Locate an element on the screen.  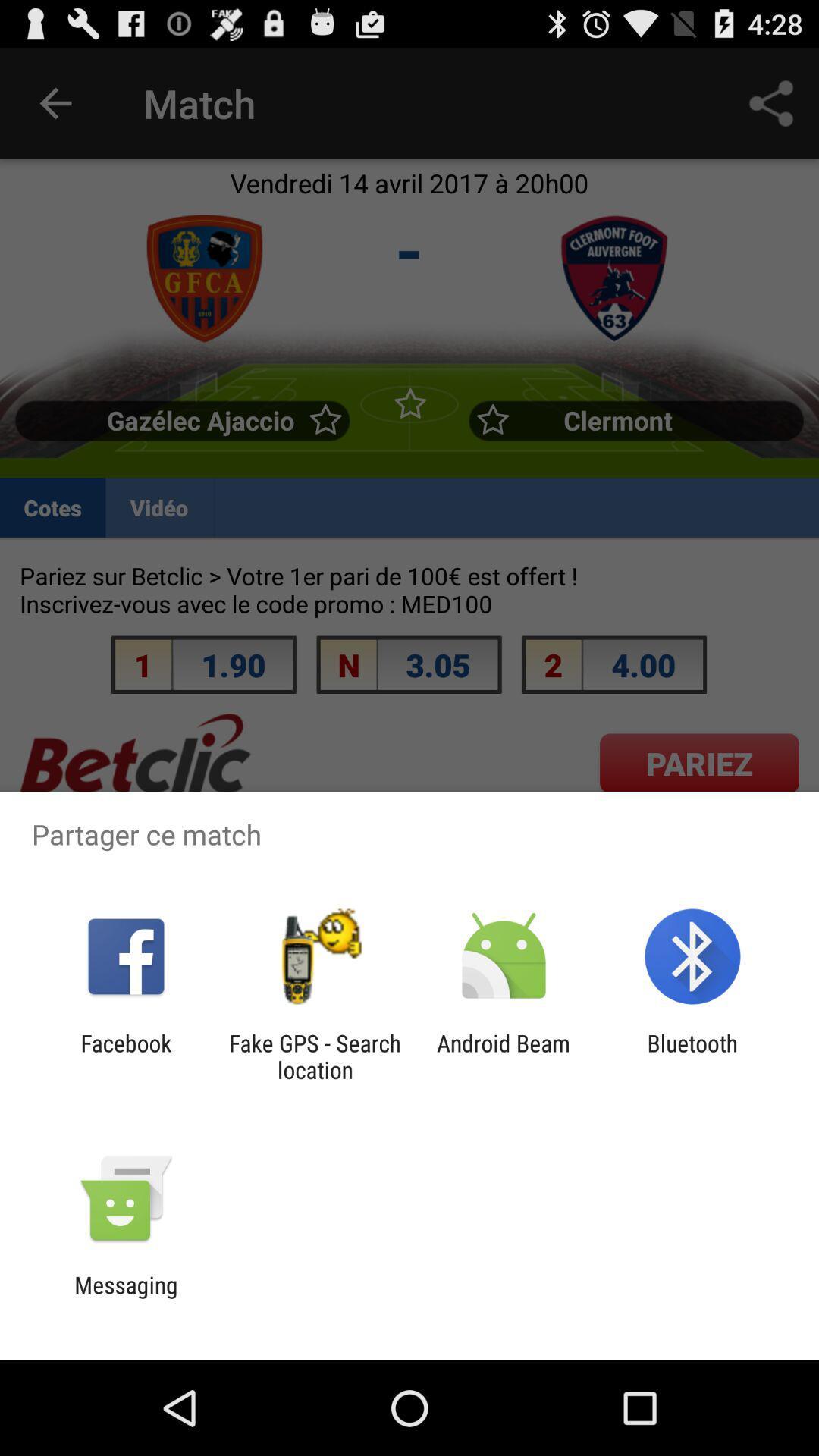
item to the right of facebook item is located at coordinates (314, 1056).